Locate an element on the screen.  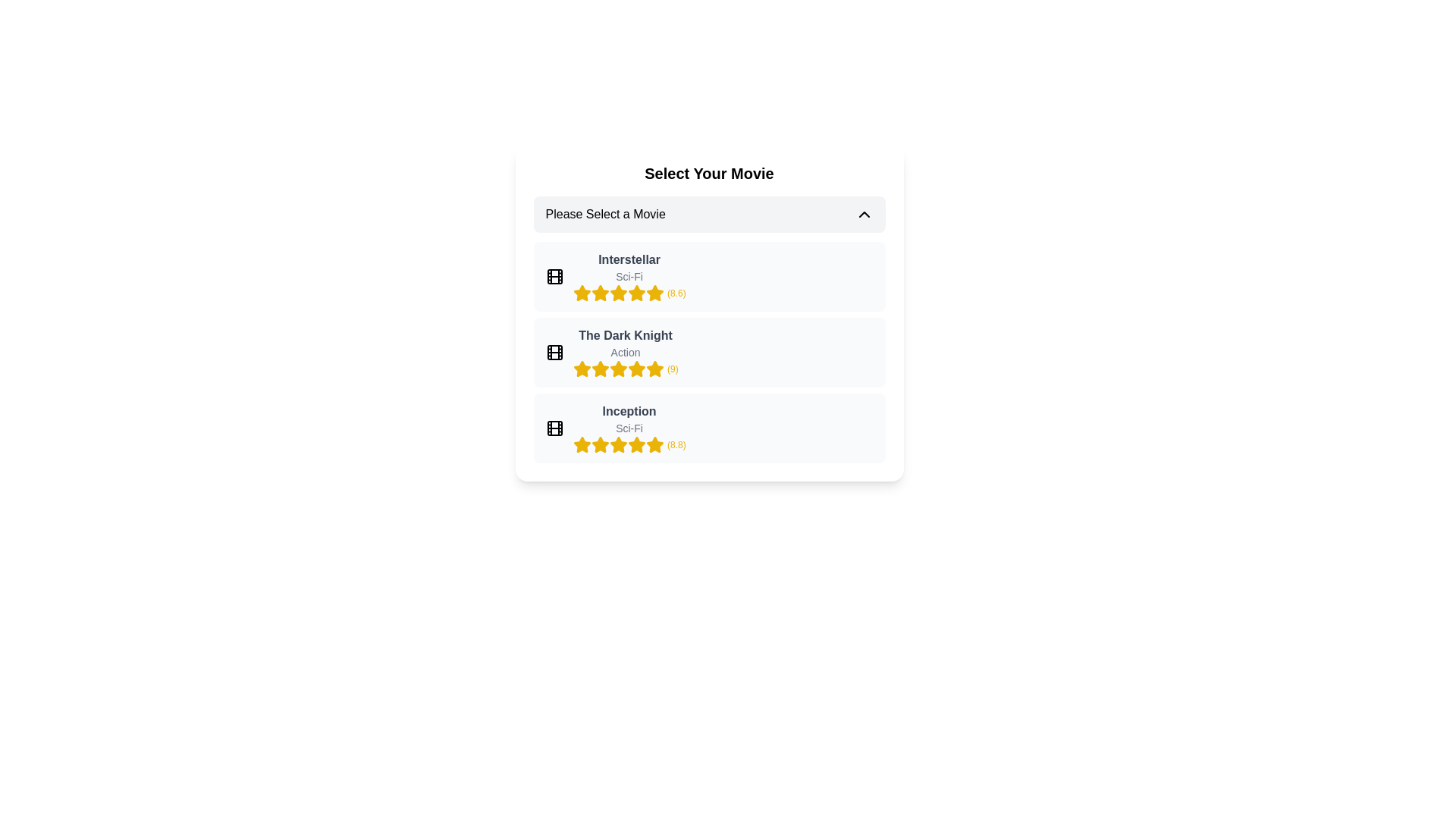
numeric rating value displayed next to the fifth star icon for the movie 'Interstellar' is located at coordinates (676, 293).